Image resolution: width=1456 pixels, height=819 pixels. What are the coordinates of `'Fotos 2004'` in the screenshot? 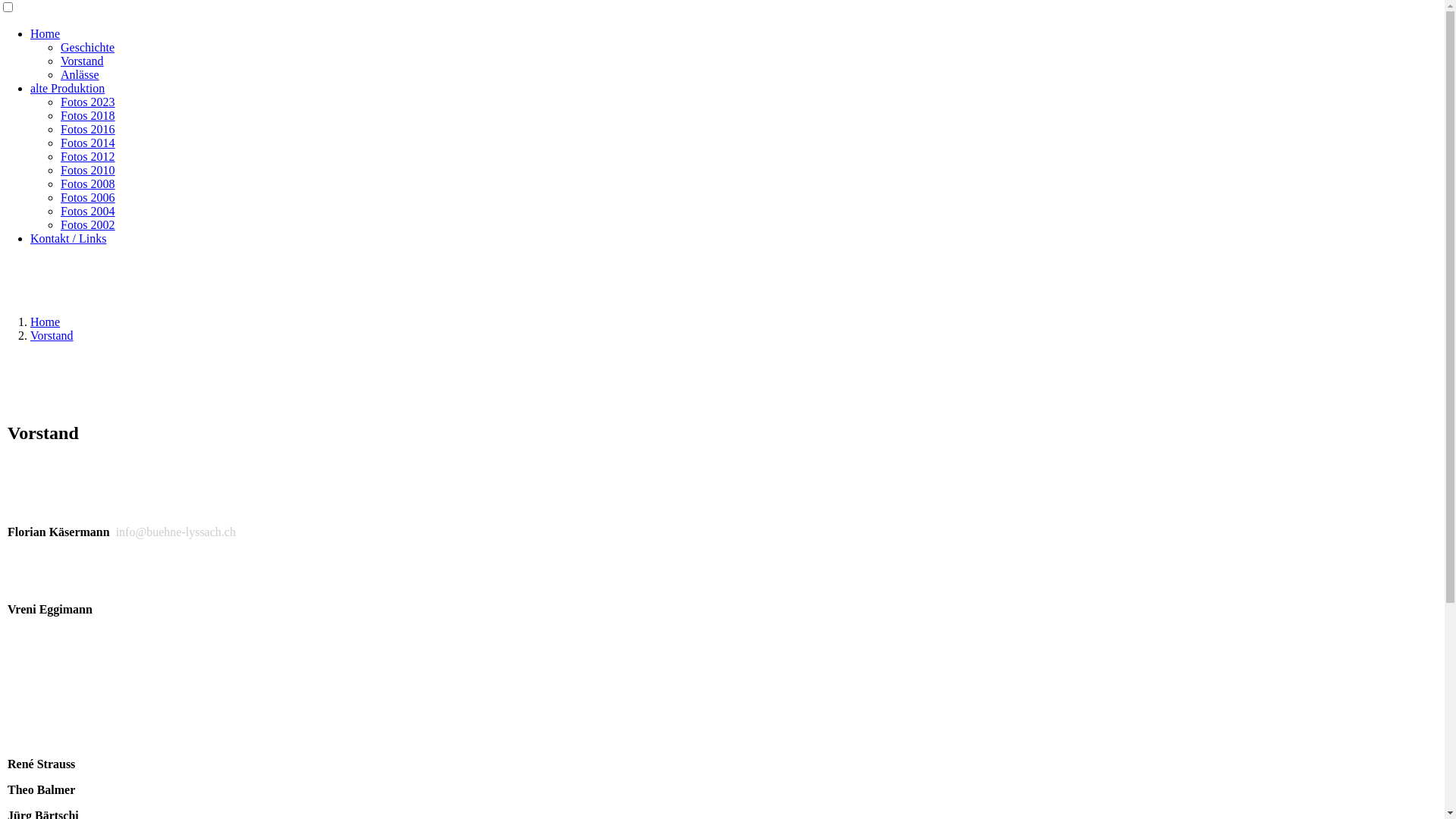 It's located at (86, 211).